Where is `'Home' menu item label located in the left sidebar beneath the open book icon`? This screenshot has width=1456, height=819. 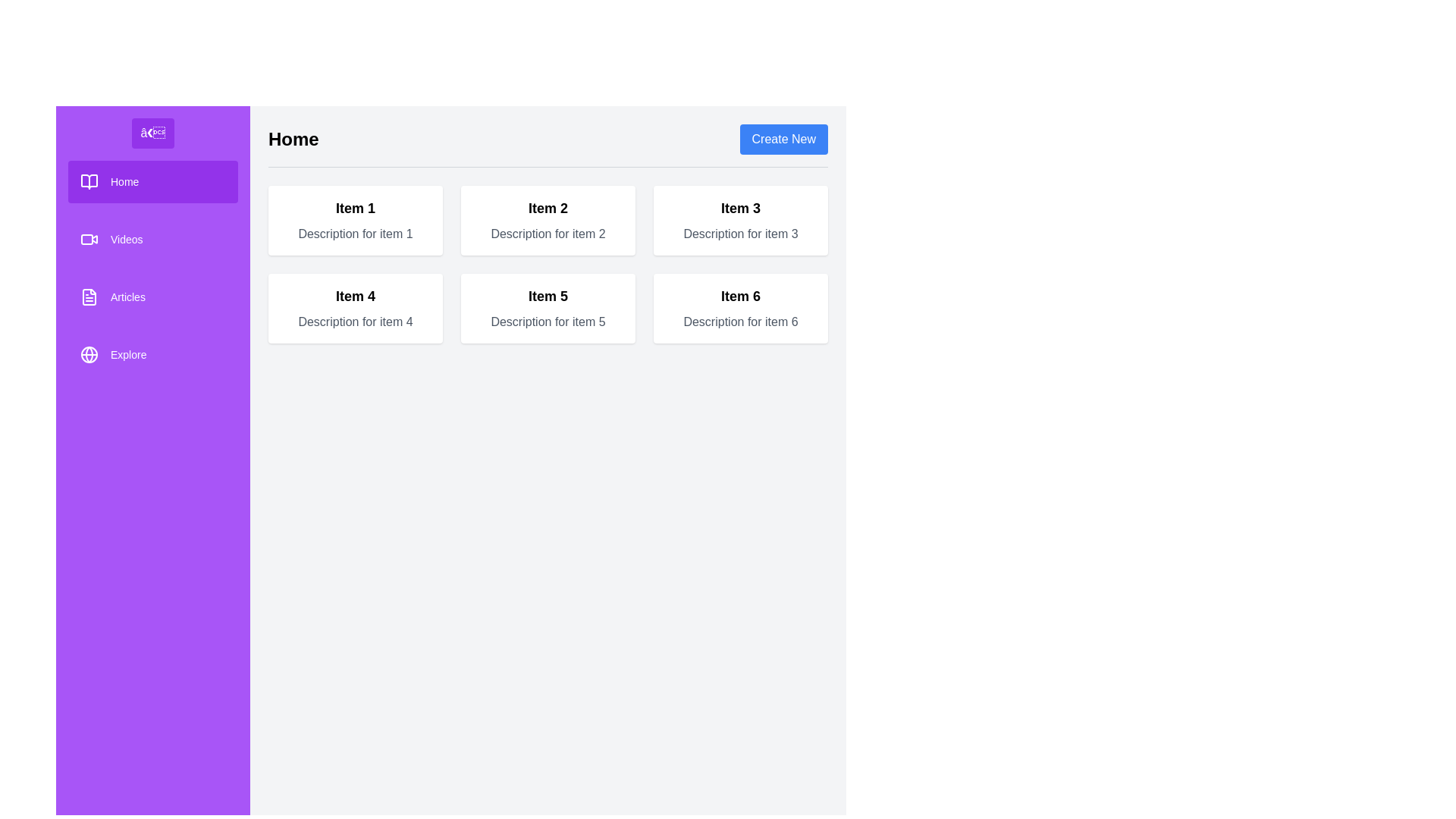 'Home' menu item label located in the left sidebar beneath the open book icon is located at coordinates (124, 180).